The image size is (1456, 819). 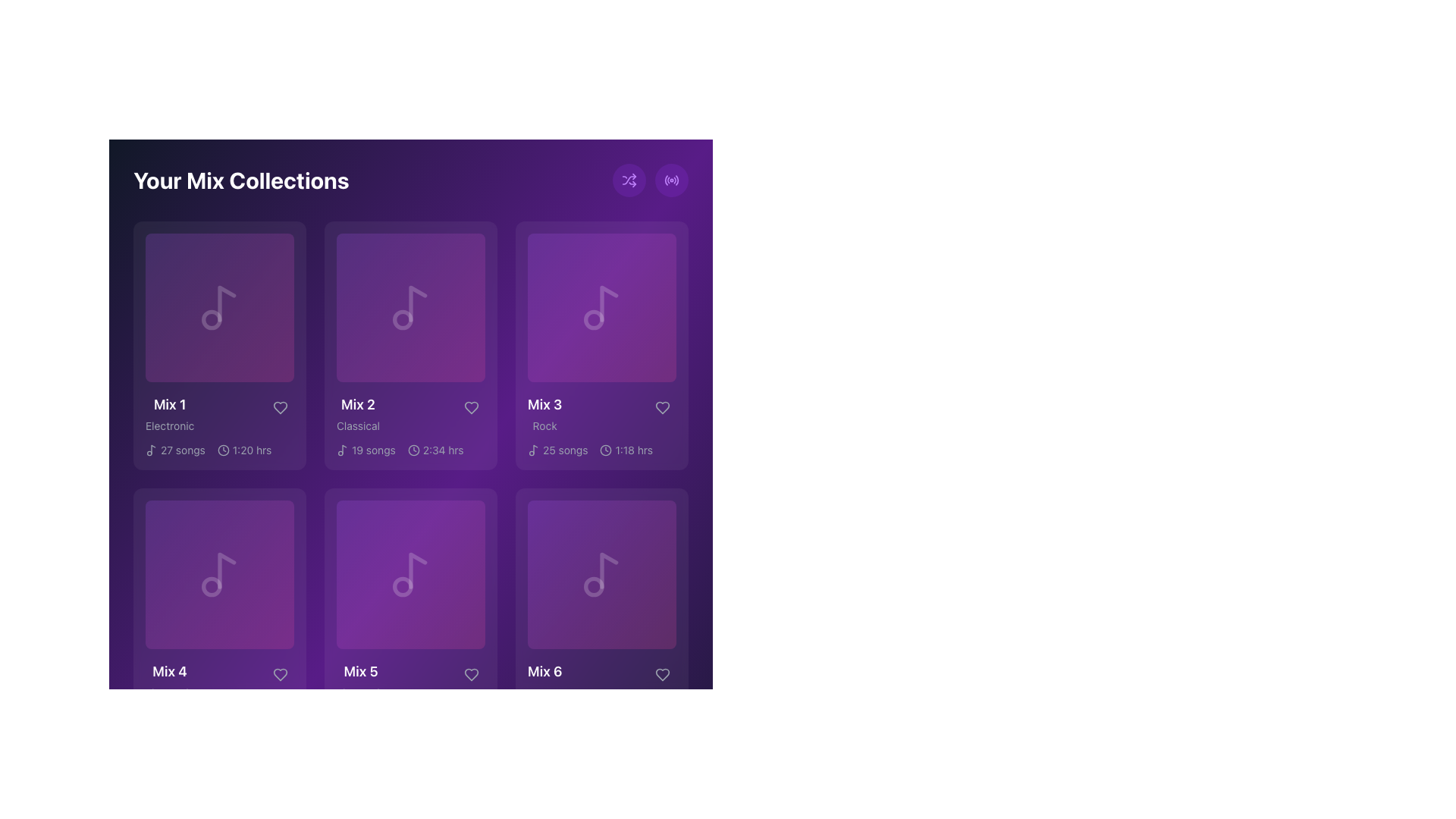 I want to click on the title text label of the music playlist card located in the top-left corner of the grid layout, so click(x=170, y=403).